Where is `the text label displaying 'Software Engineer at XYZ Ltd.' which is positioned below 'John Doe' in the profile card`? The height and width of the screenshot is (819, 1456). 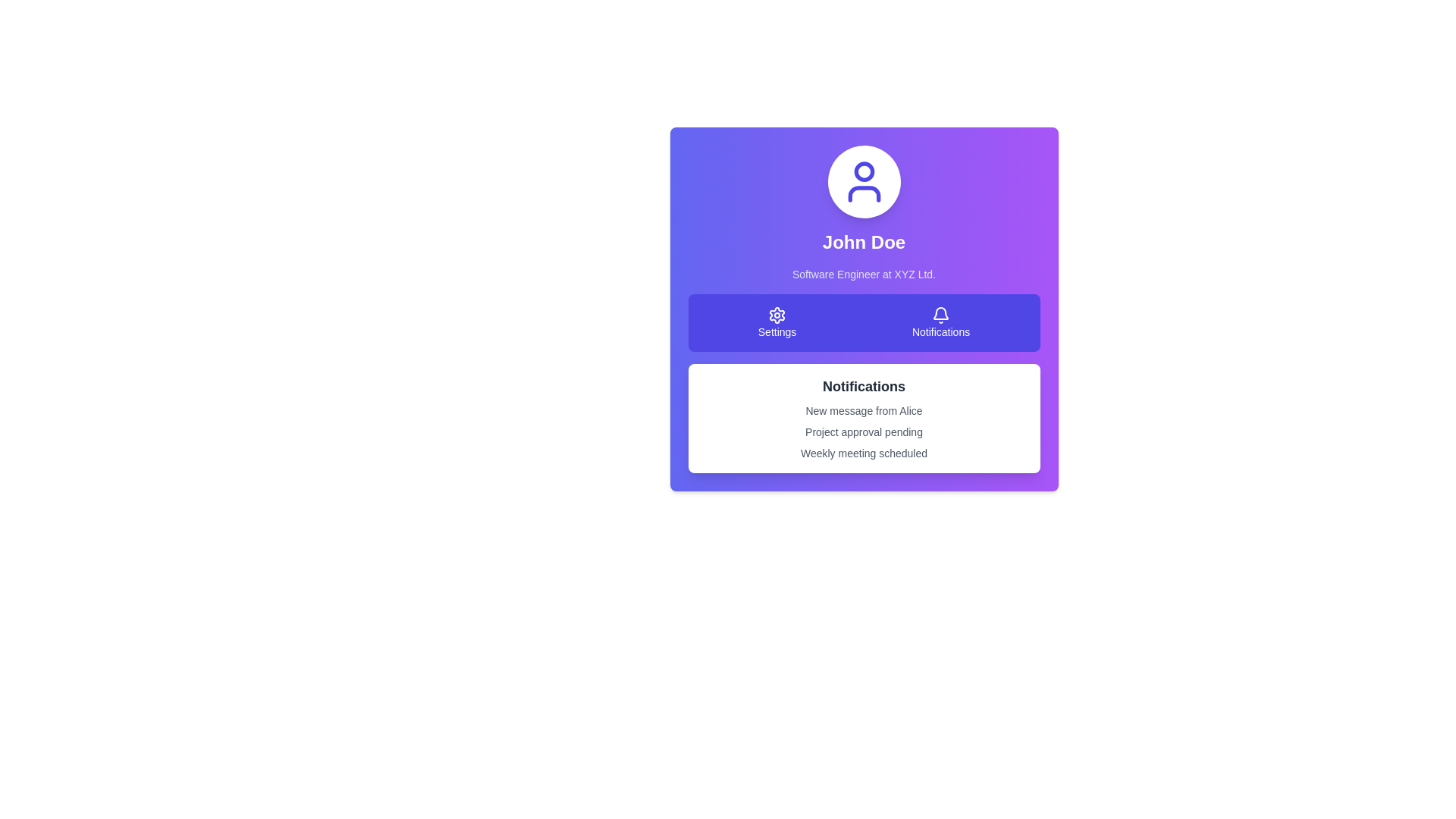
the text label displaying 'Software Engineer at XYZ Ltd.' which is positioned below 'John Doe' in the profile card is located at coordinates (864, 275).